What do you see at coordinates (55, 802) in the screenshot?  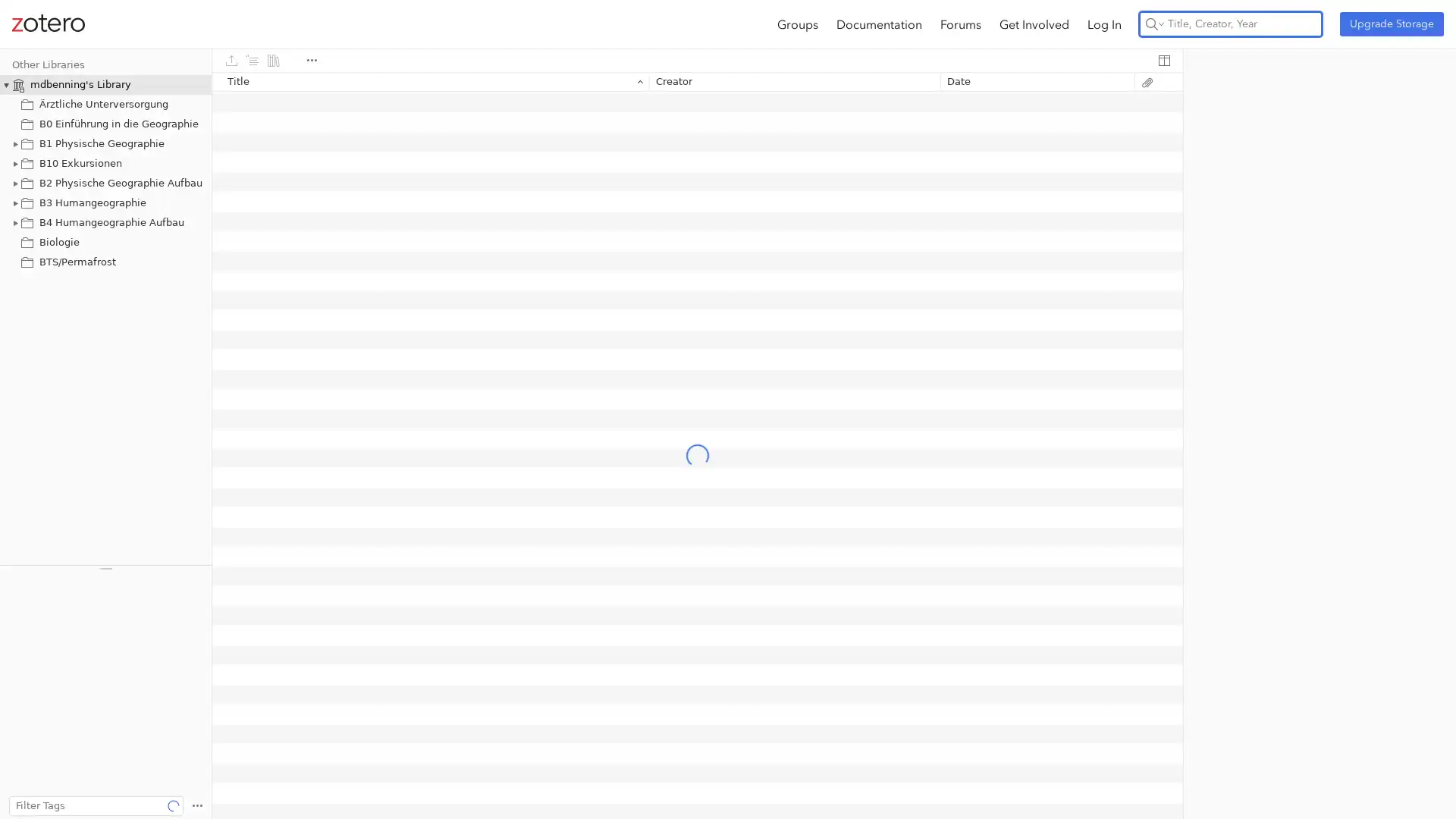 I see `Gesundheitswesen` at bounding box center [55, 802].